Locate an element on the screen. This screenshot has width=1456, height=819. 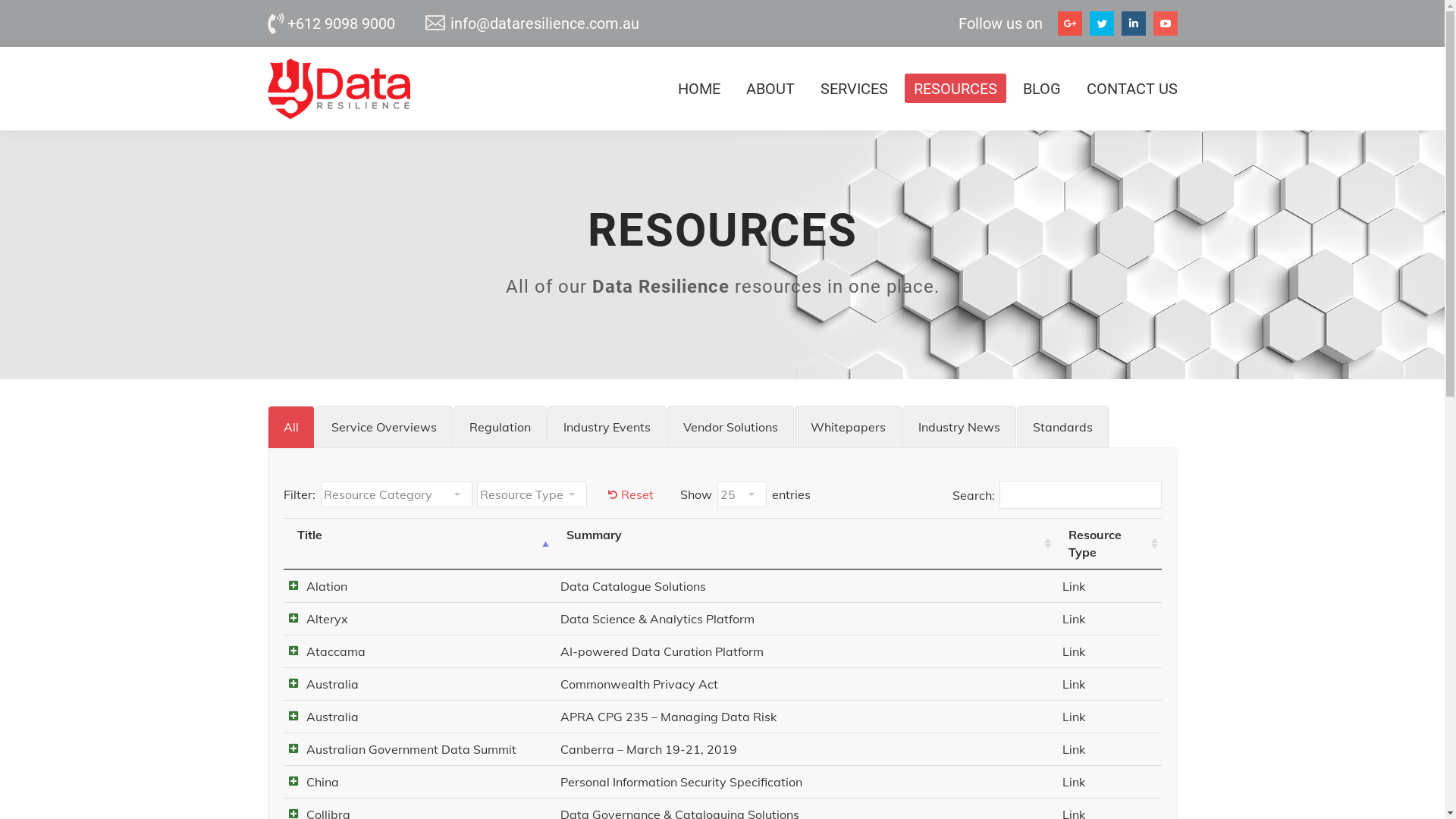
'RESOURCES' is located at coordinates (953, 88).